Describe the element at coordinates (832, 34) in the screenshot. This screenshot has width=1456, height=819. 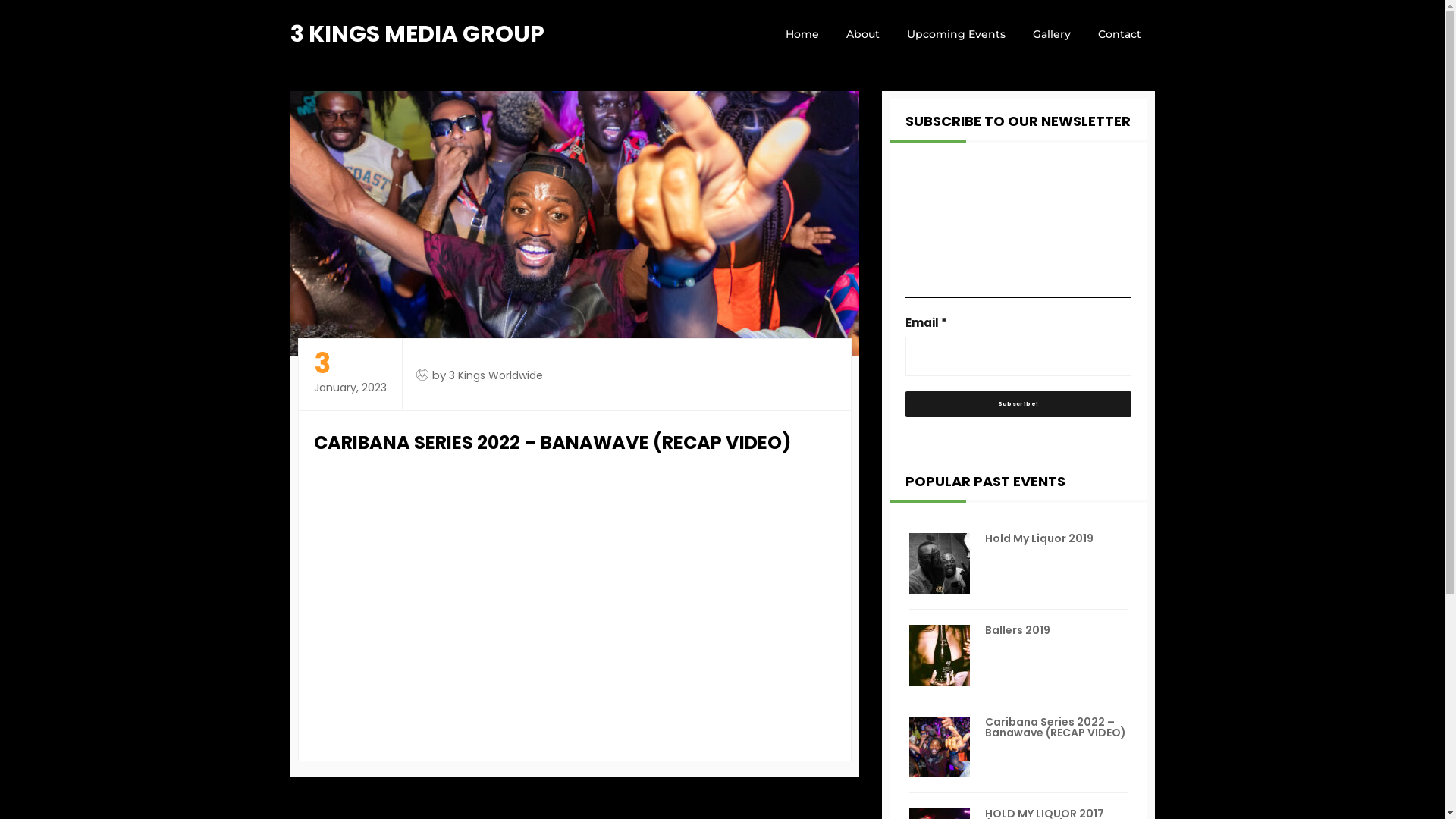
I see `'About'` at that location.